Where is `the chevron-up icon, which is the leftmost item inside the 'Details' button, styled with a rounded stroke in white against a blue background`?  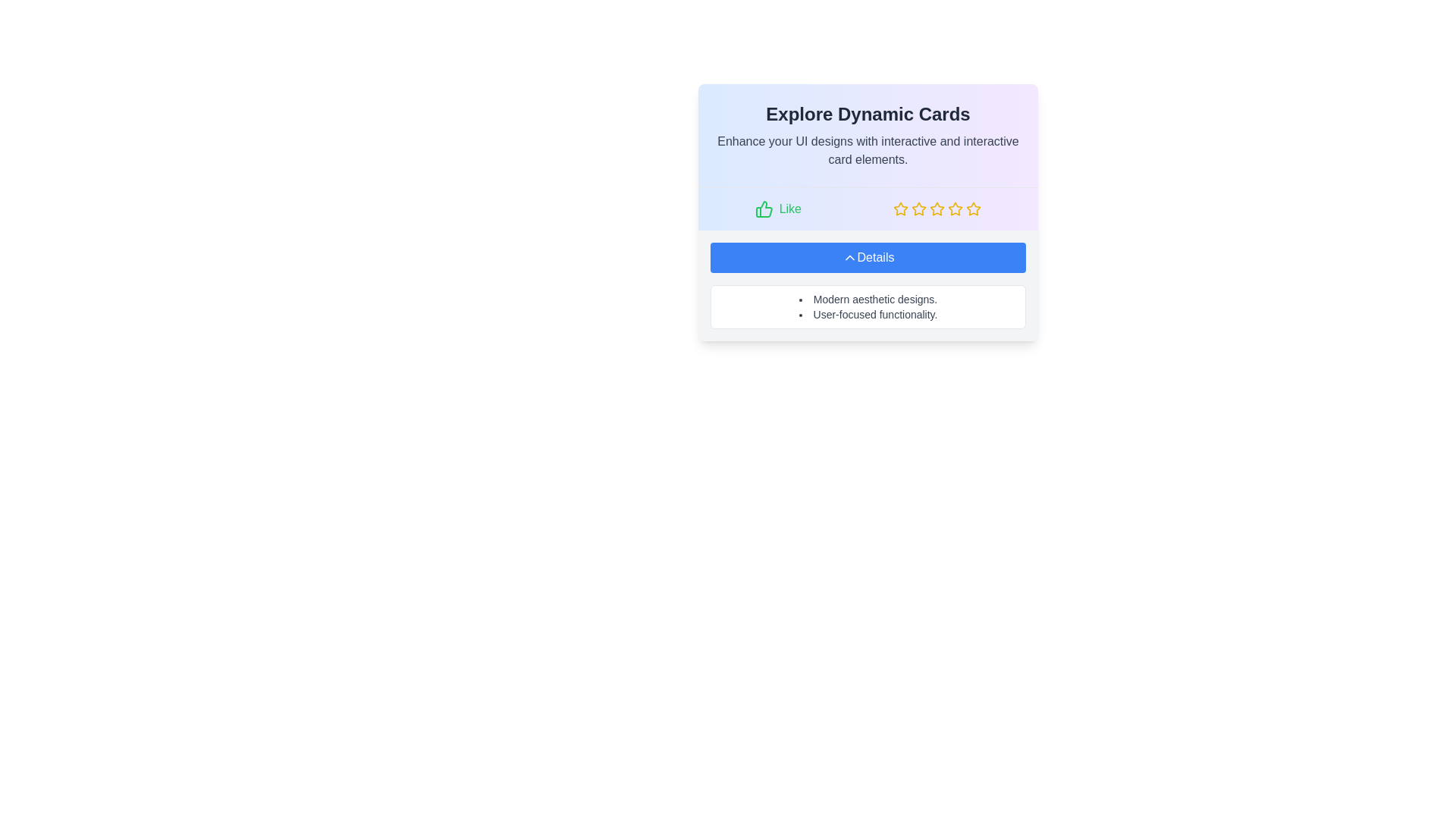
the chevron-up icon, which is the leftmost item inside the 'Details' button, styled with a rounded stroke in white against a blue background is located at coordinates (849, 256).